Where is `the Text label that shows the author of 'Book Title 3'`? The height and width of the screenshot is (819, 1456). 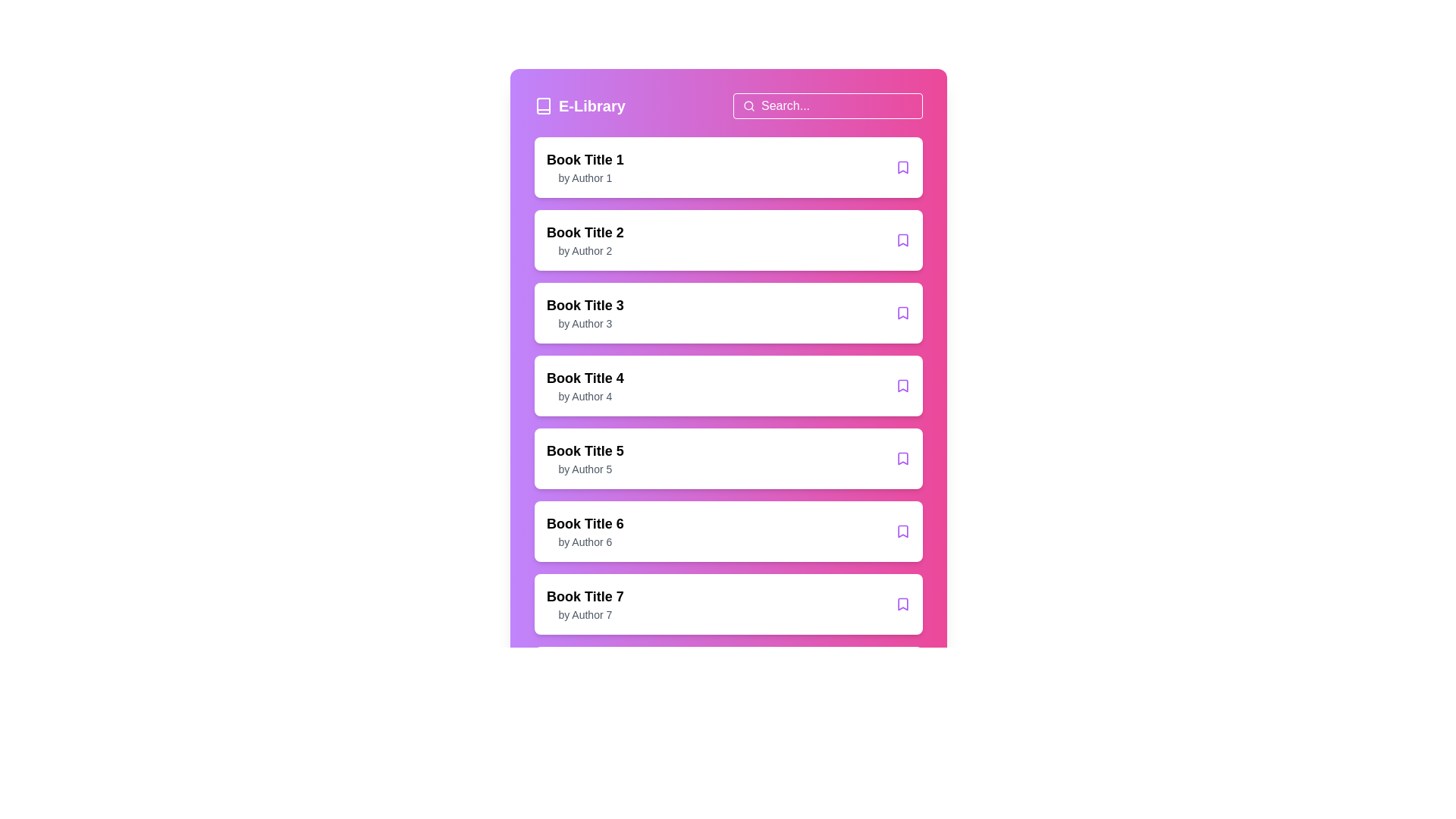
the Text label that shows the author of 'Book Title 3' is located at coordinates (584, 323).